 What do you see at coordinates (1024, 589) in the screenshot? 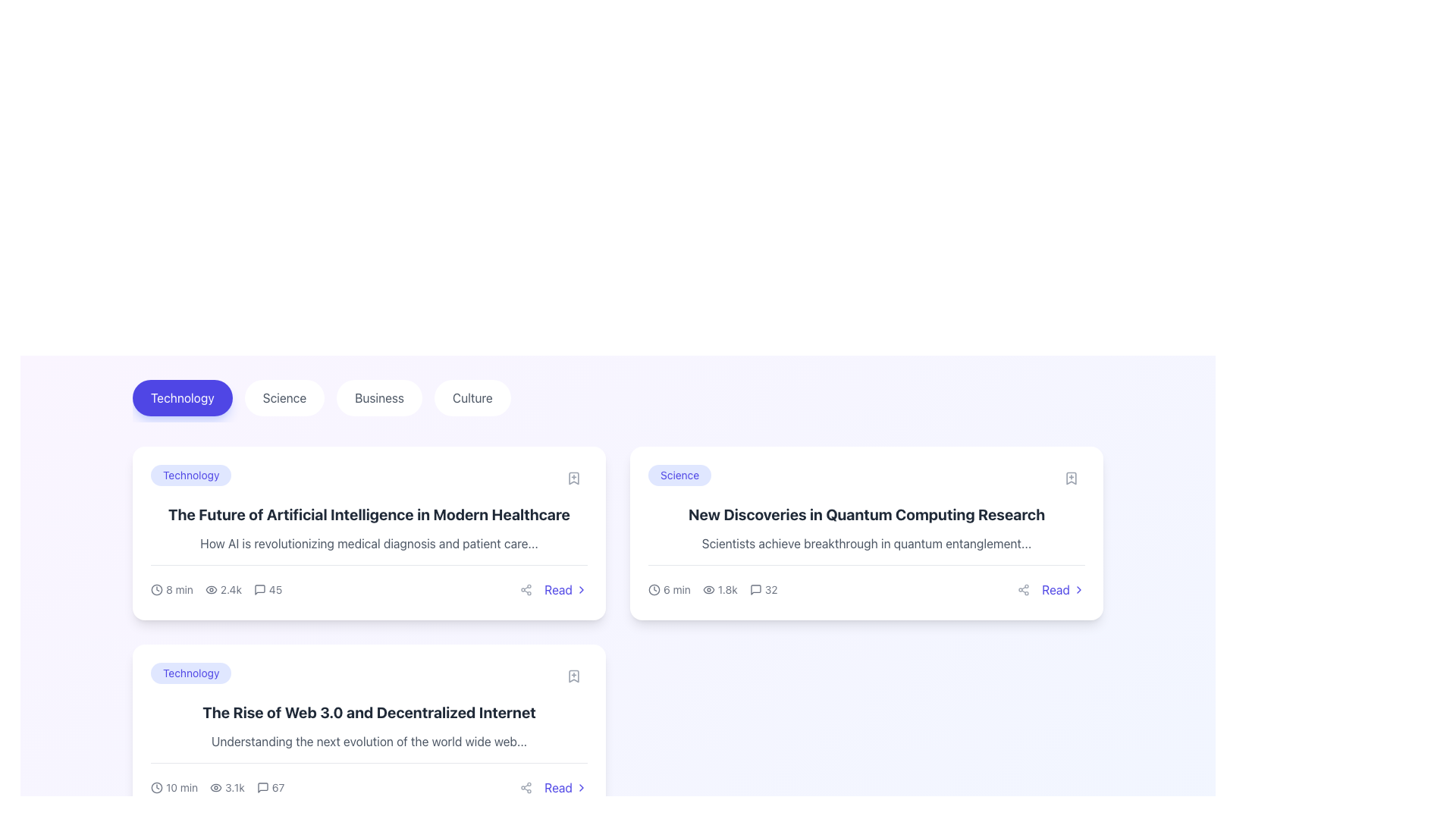
I see `the share button located to the left of the 'Read' text link in the bottom-right corner of the 'New Discoveries in Quantum Computing Research' card` at bounding box center [1024, 589].